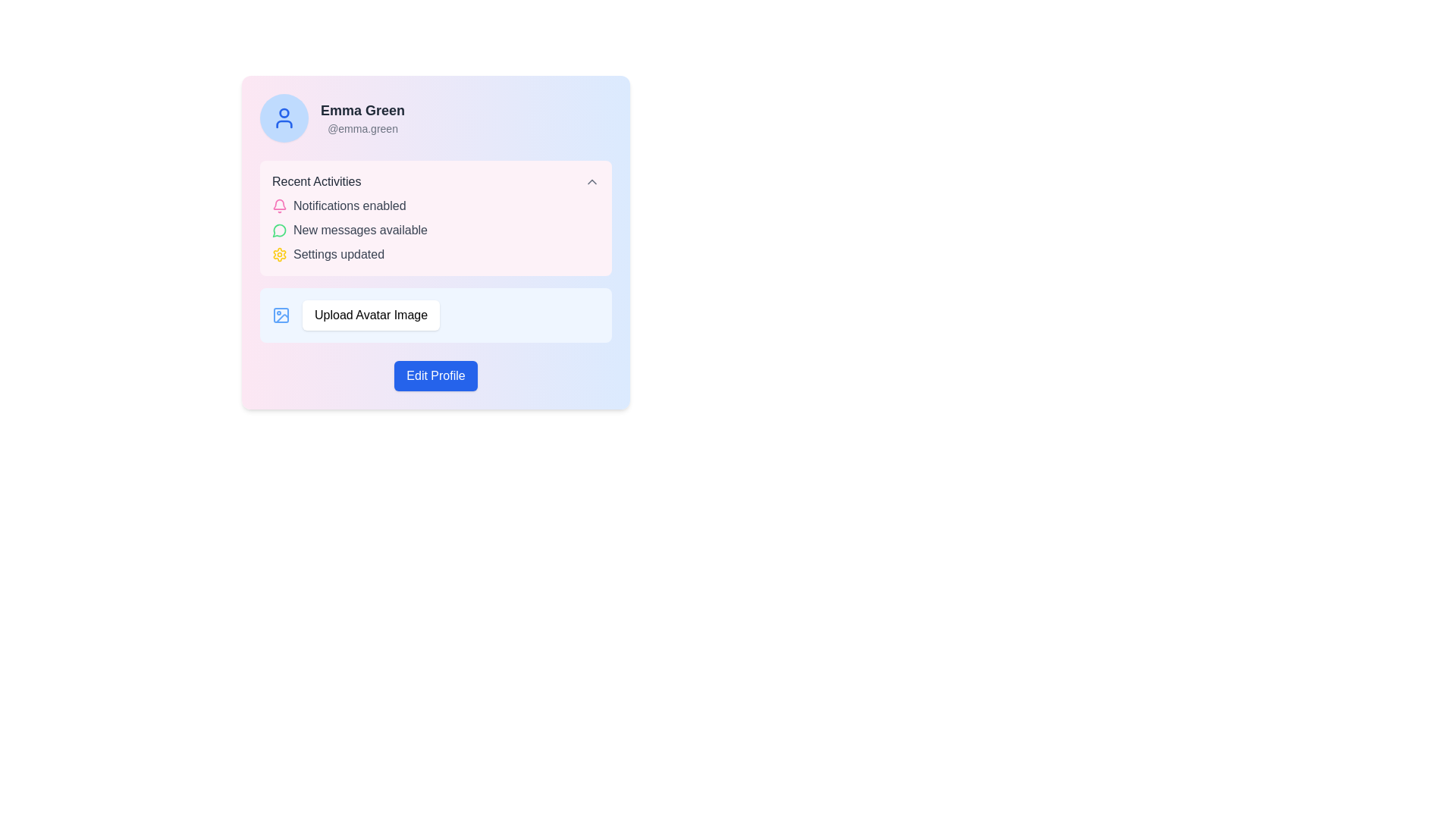 The height and width of the screenshot is (819, 1456). What do you see at coordinates (280, 231) in the screenshot?
I see `the circular message icon with a green border and transparent center, which features a speech bubble motif, located to the left of the text 'New messages available' in the 'Recent Activities' section` at bounding box center [280, 231].